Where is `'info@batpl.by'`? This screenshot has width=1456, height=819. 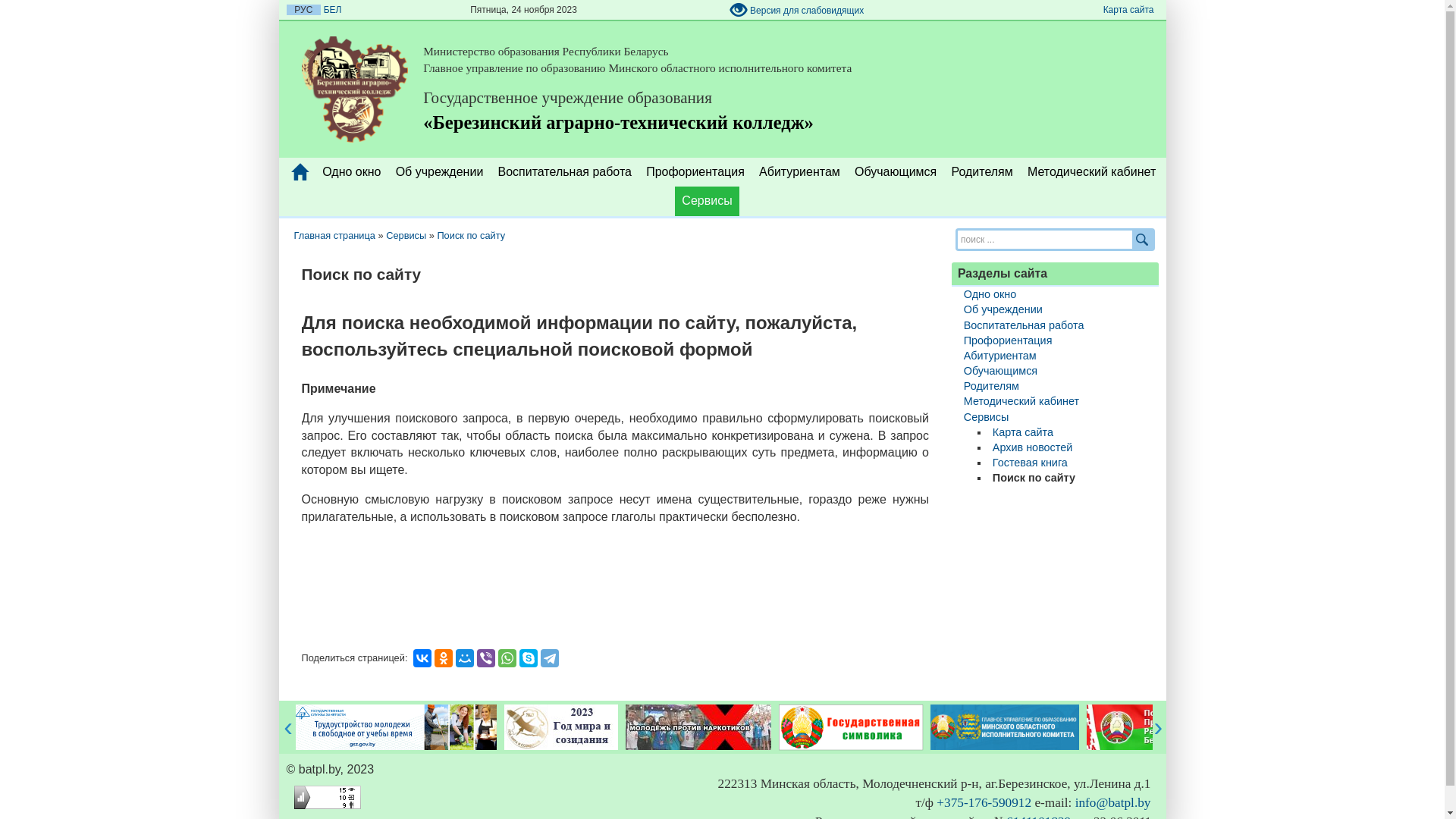 'info@batpl.by' is located at coordinates (1113, 802).